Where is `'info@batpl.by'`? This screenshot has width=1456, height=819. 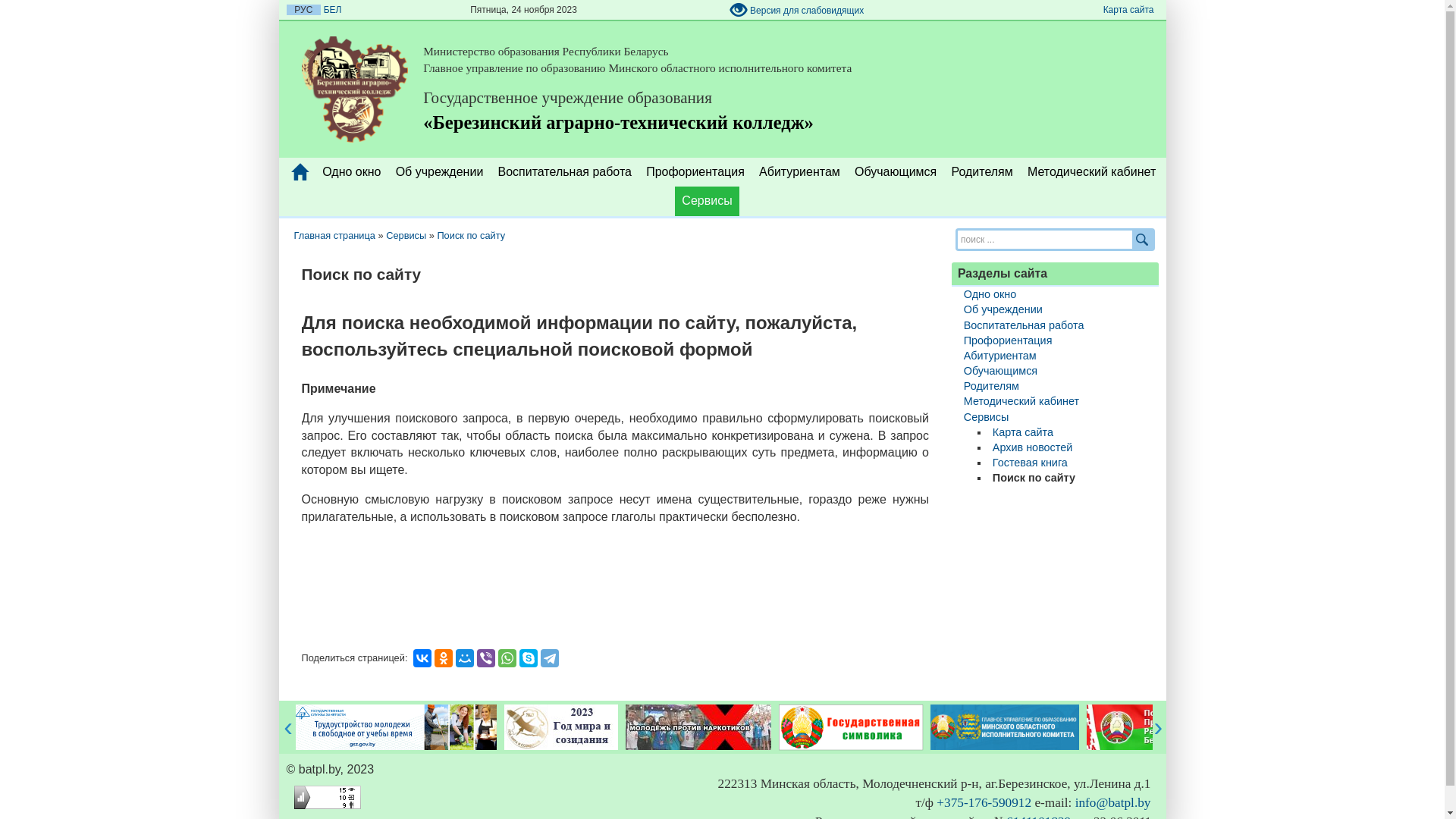 'info@batpl.by' is located at coordinates (1113, 802).